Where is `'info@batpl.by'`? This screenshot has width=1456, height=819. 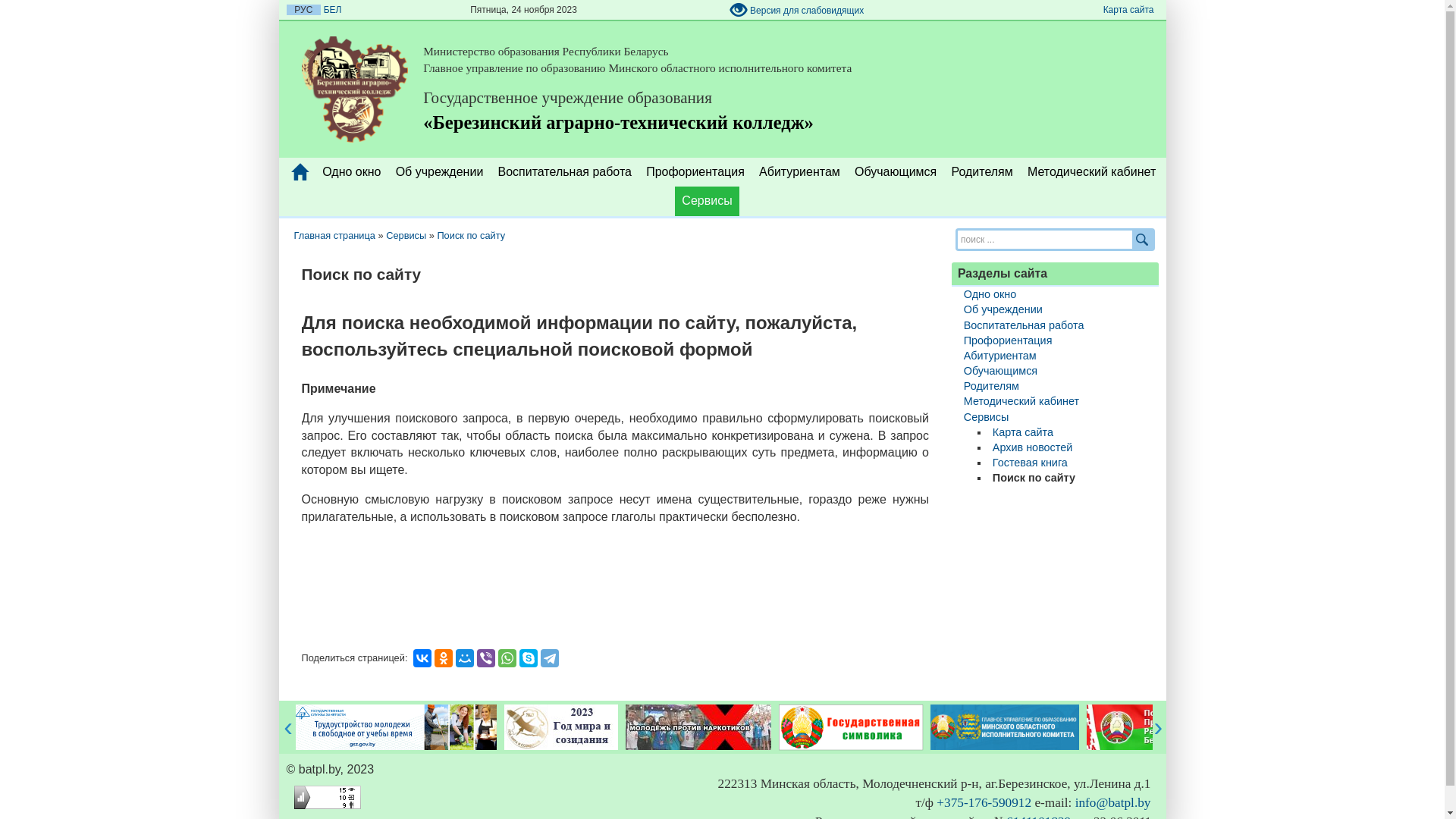 'info@batpl.by' is located at coordinates (1113, 802).